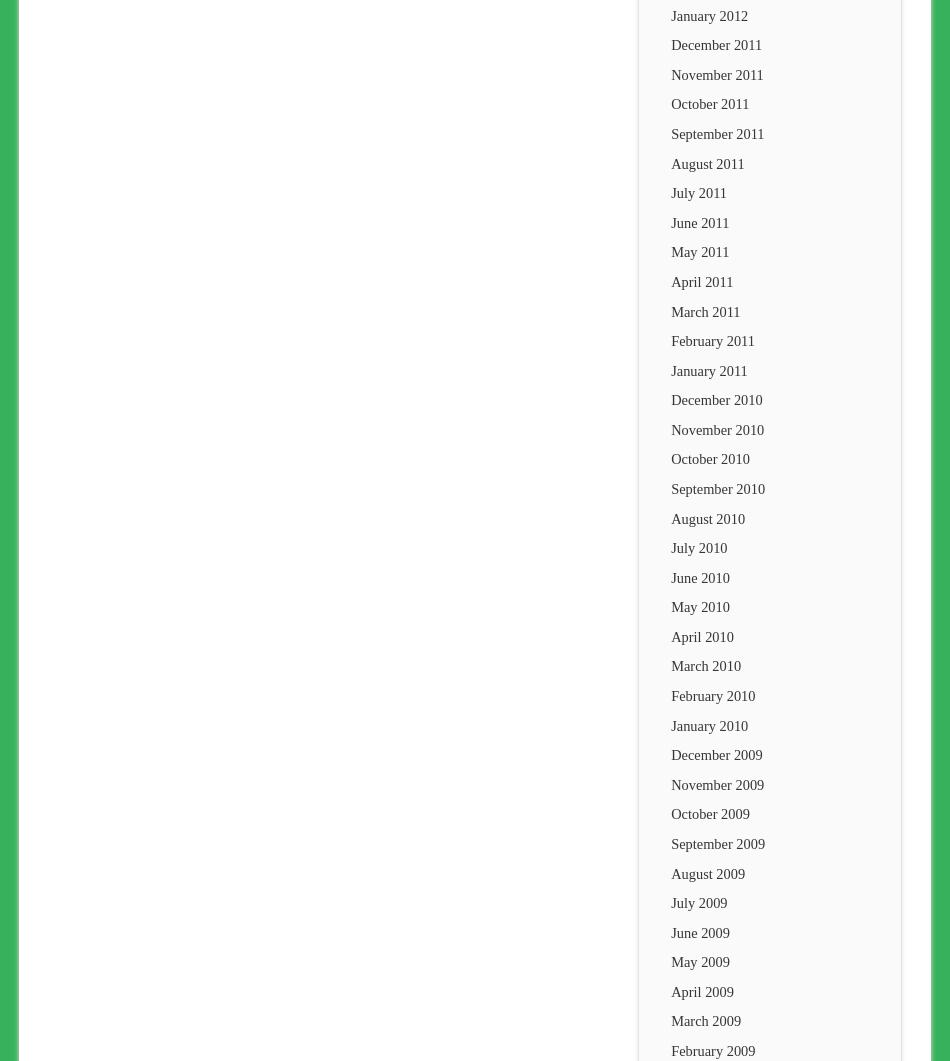  Describe the element at coordinates (699, 547) in the screenshot. I see `'July 2010'` at that location.